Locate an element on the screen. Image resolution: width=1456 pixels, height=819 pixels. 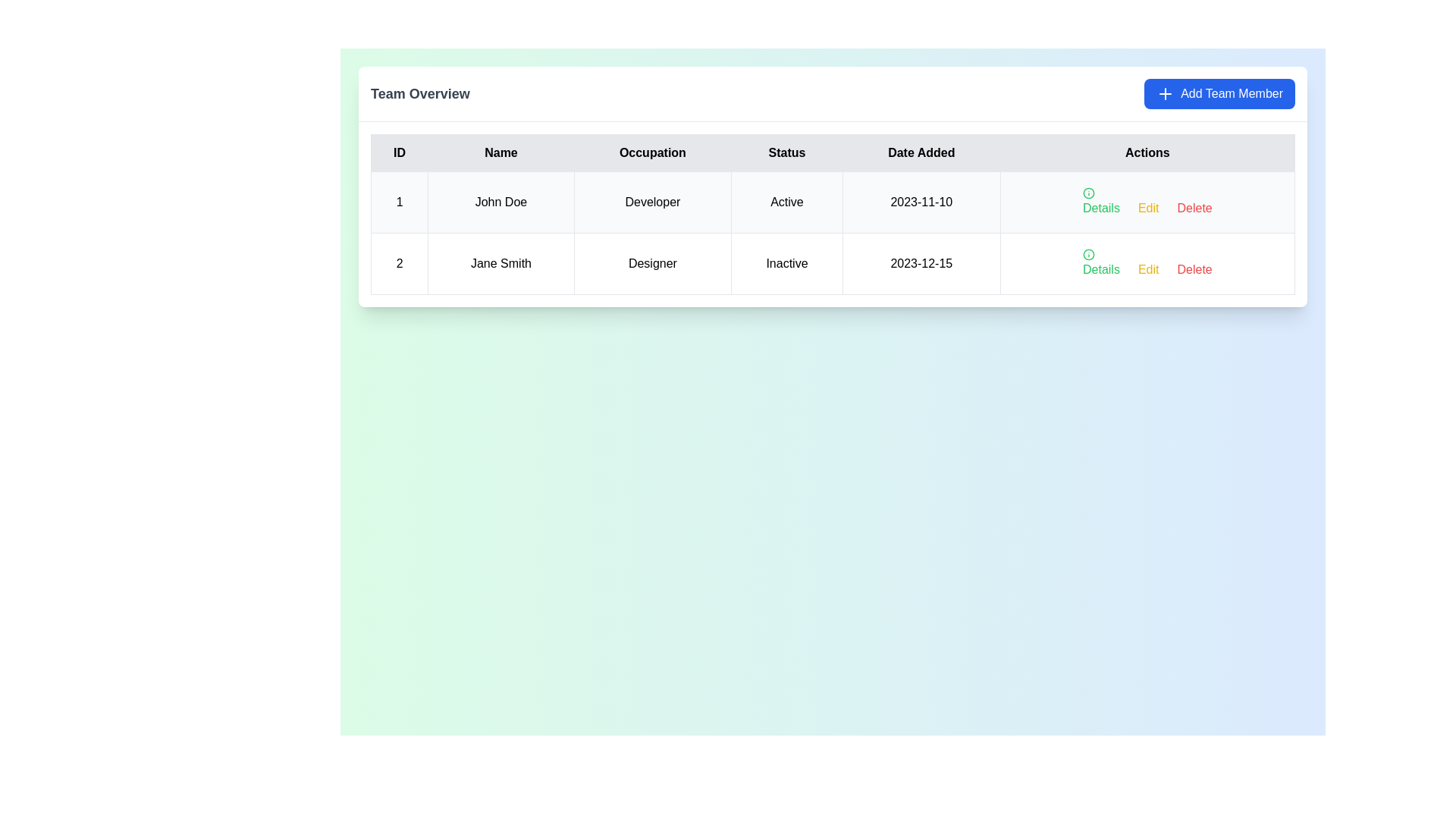
the circular decoration or icon component in the 'Actions' column of the second row in the user management table is located at coordinates (1087, 253).